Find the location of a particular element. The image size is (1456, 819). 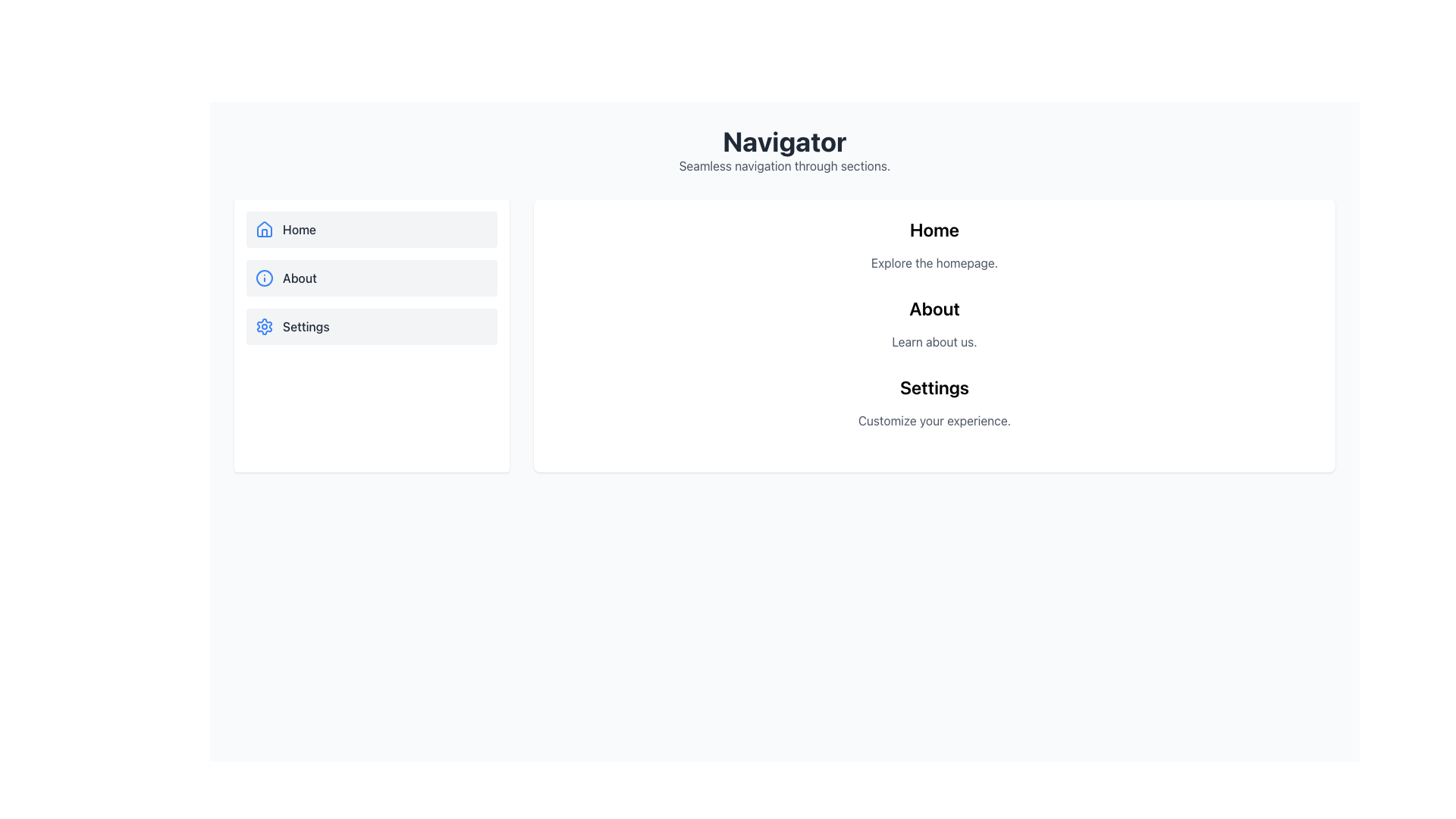

the 'About' icon in the vertical navigation menu is located at coordinates (265, 278).